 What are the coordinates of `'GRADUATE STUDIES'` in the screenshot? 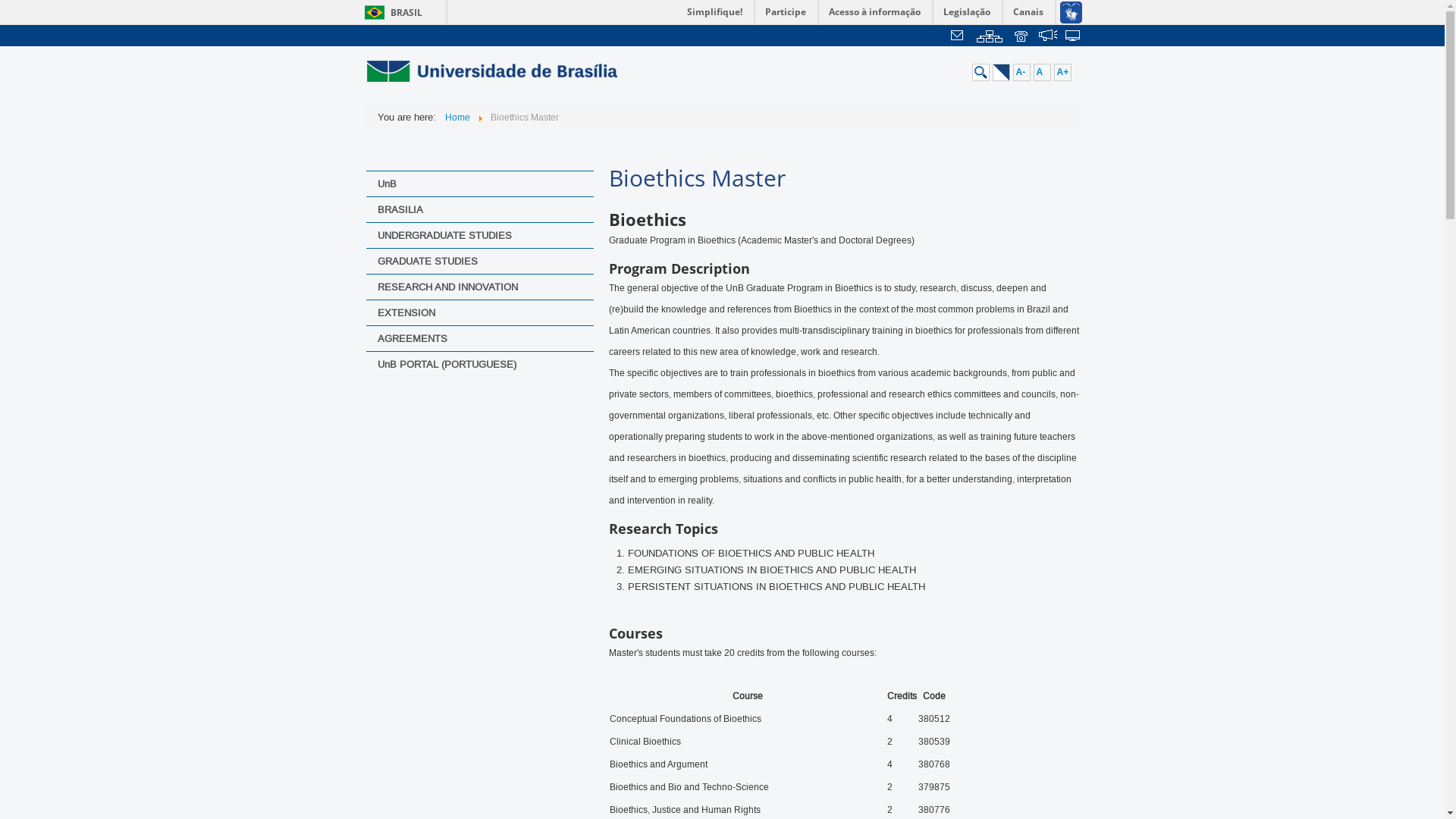 It's located at (479, 260).